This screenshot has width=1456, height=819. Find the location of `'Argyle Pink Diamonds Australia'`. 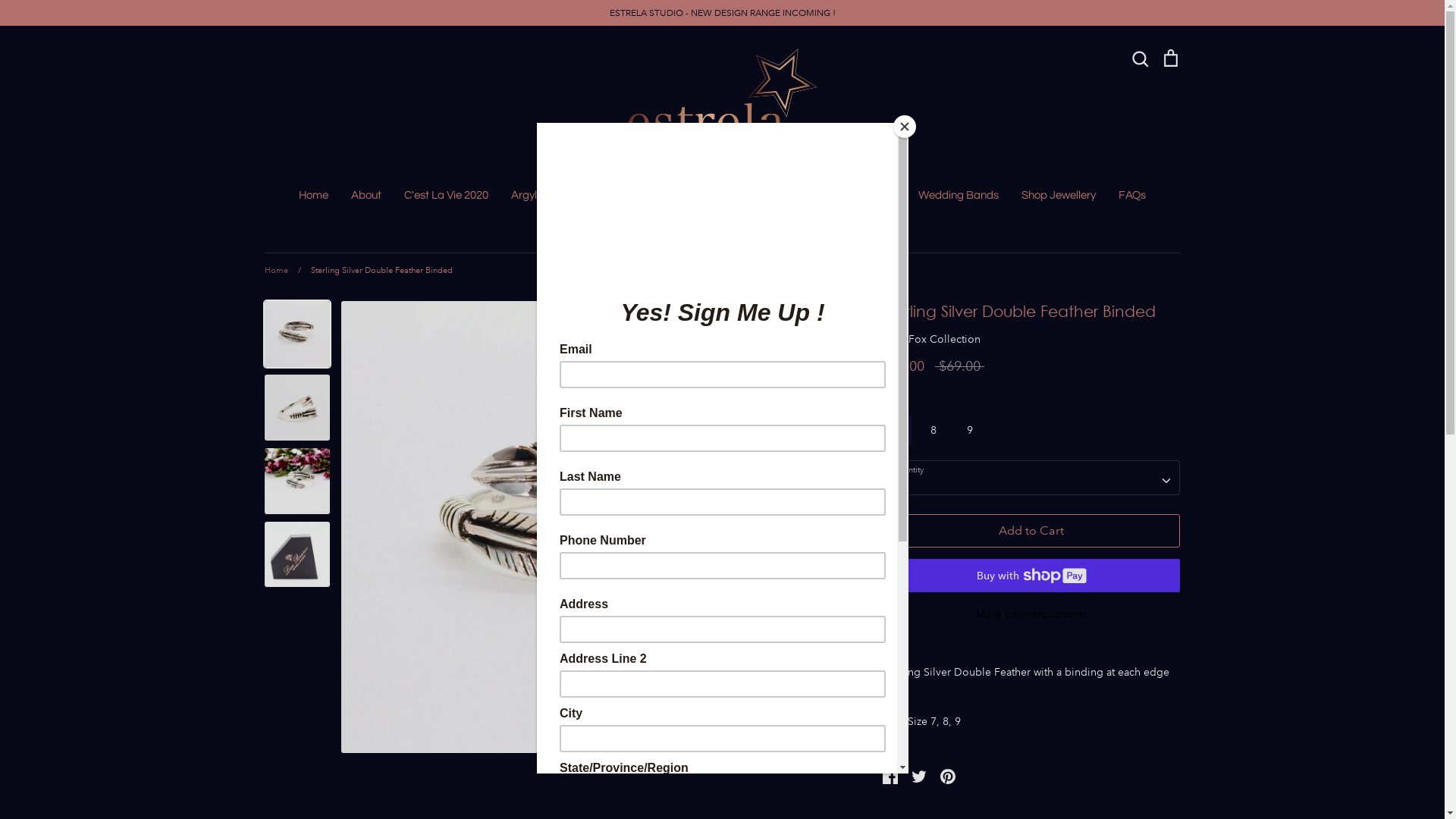

'Argyle Pink Diamonds Australia' is located at coordinates (588, 194).